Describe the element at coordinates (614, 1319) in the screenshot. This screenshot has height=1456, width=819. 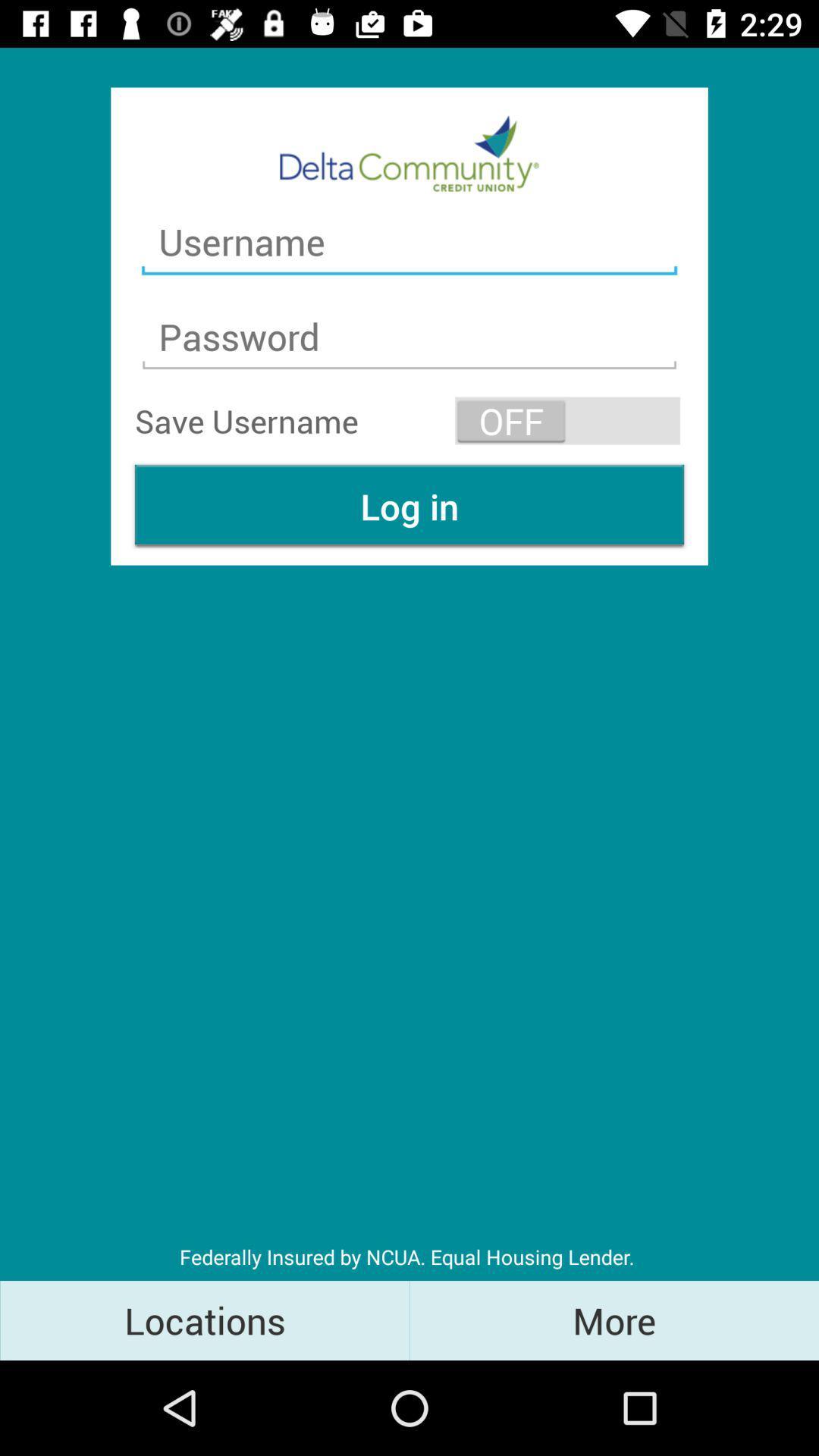
I see `the icon at the bottom right corner` at that location.